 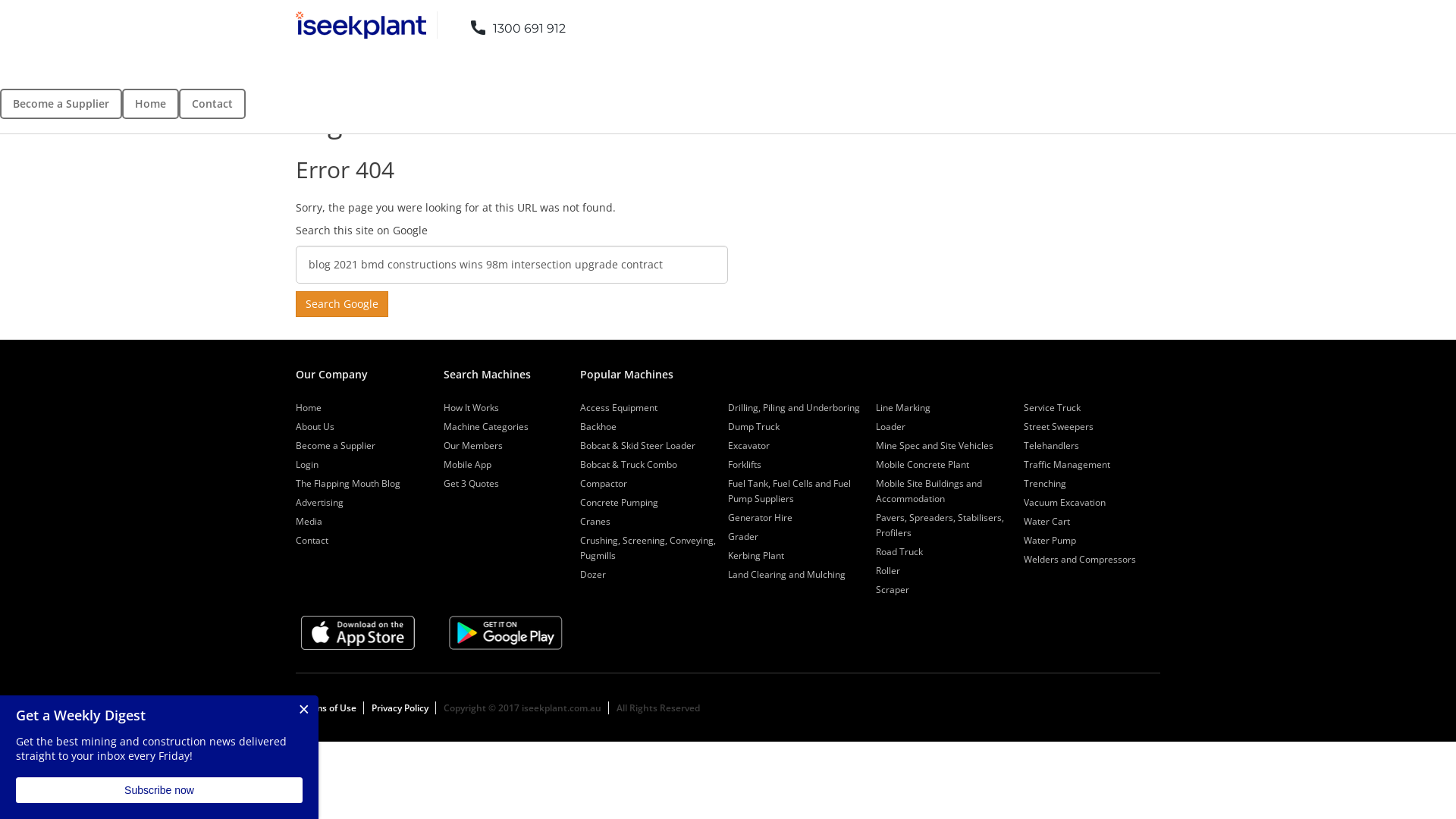 What do you see at coordinates (295, 483) in the screenshot?
I see `'The Flapping Mouth Blog'` at bounding box center [295, 483].